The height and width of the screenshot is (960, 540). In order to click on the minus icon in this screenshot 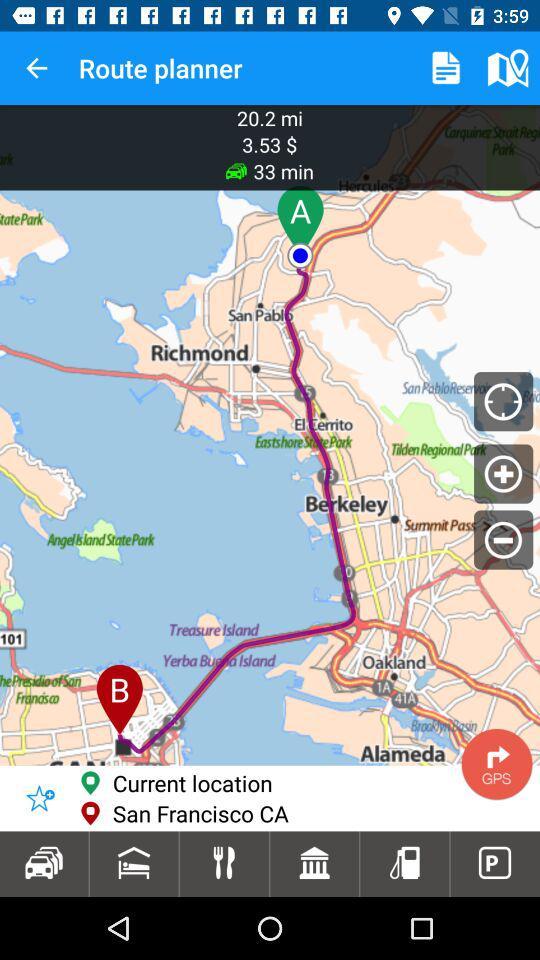, I will do `click(502, 538)`.